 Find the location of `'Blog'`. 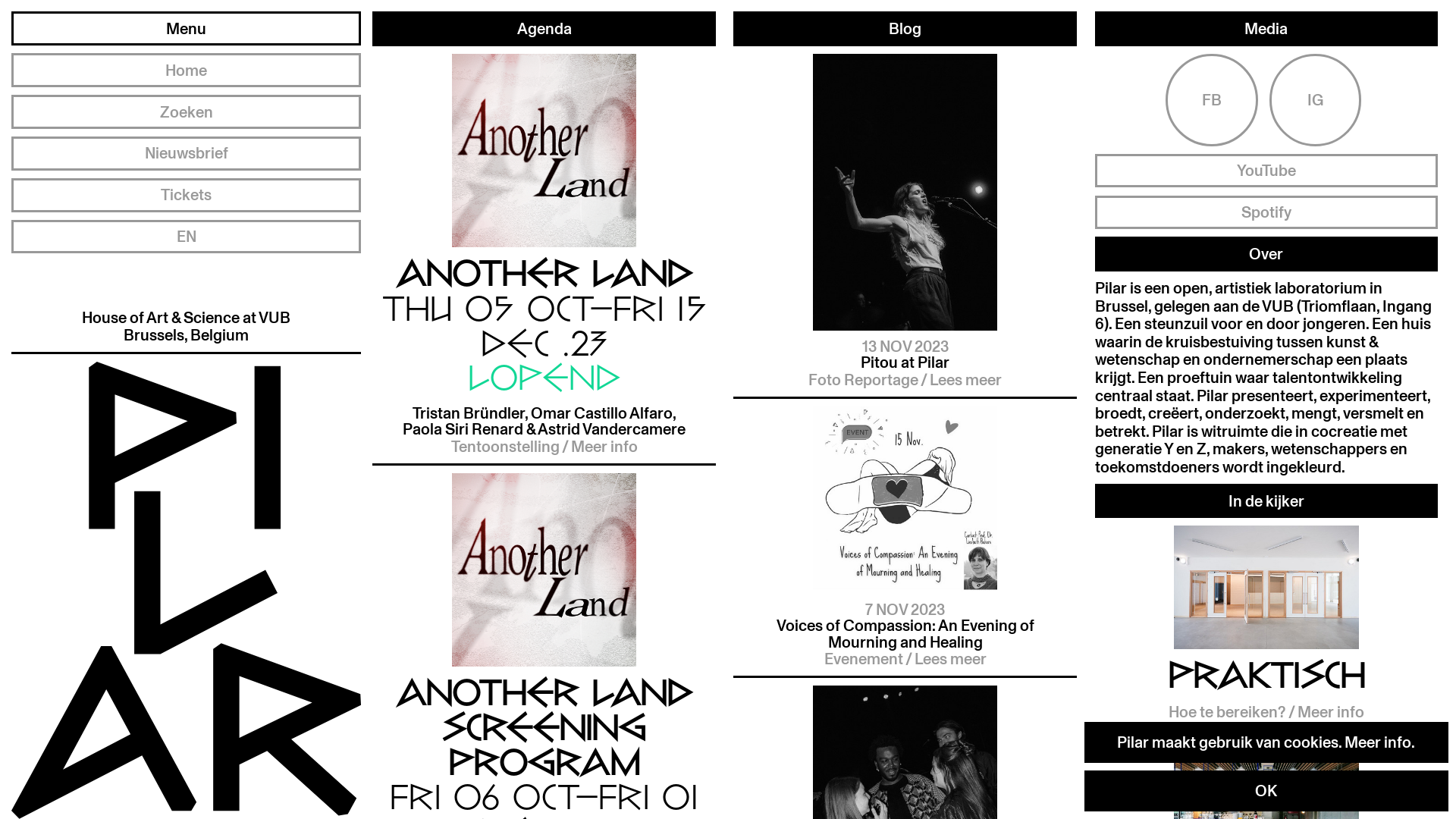

'Blog' is located at coordinates (905, 29).